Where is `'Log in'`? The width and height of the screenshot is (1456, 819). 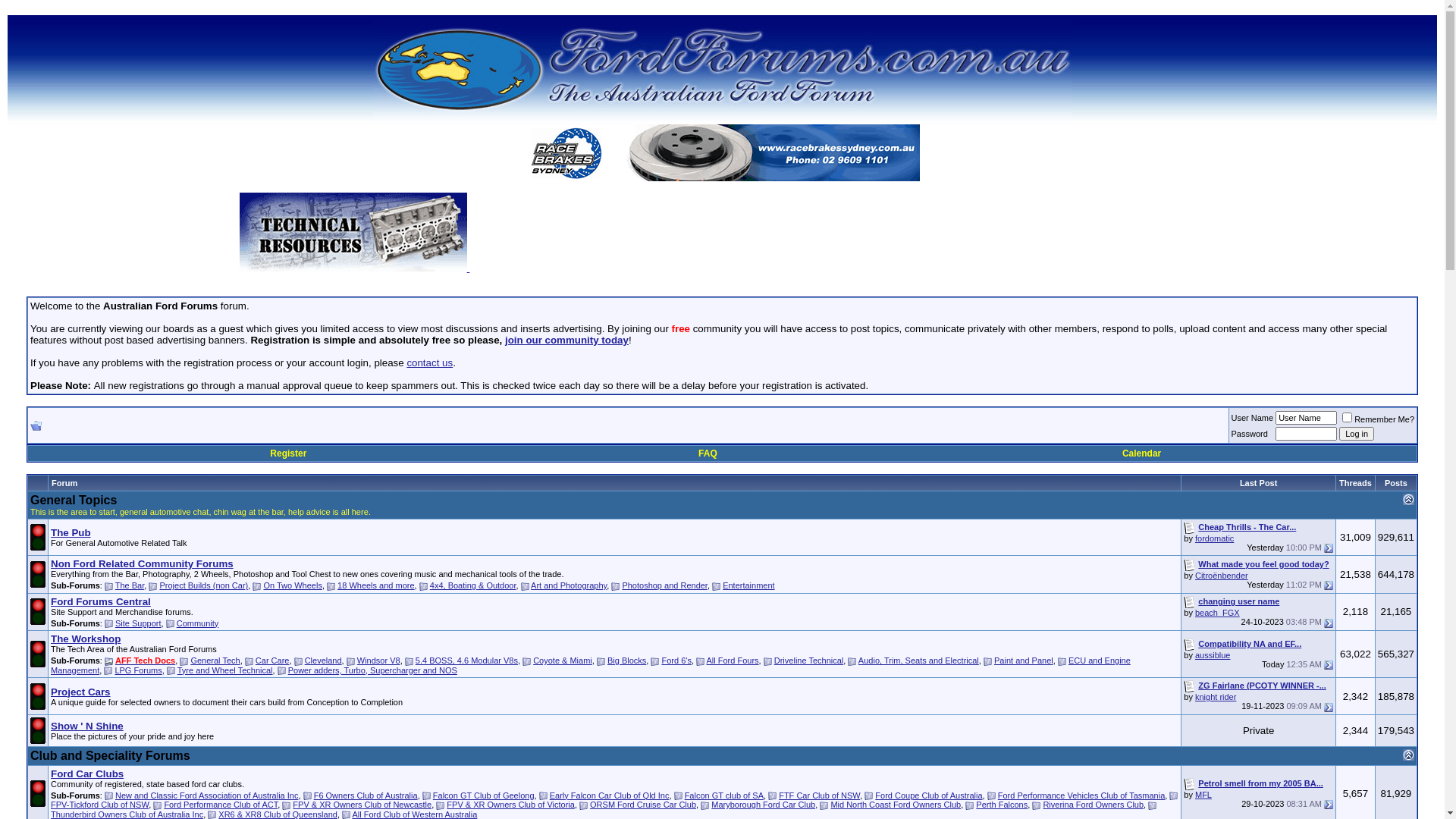
'Log in' is located at coordinates (1339, 433).